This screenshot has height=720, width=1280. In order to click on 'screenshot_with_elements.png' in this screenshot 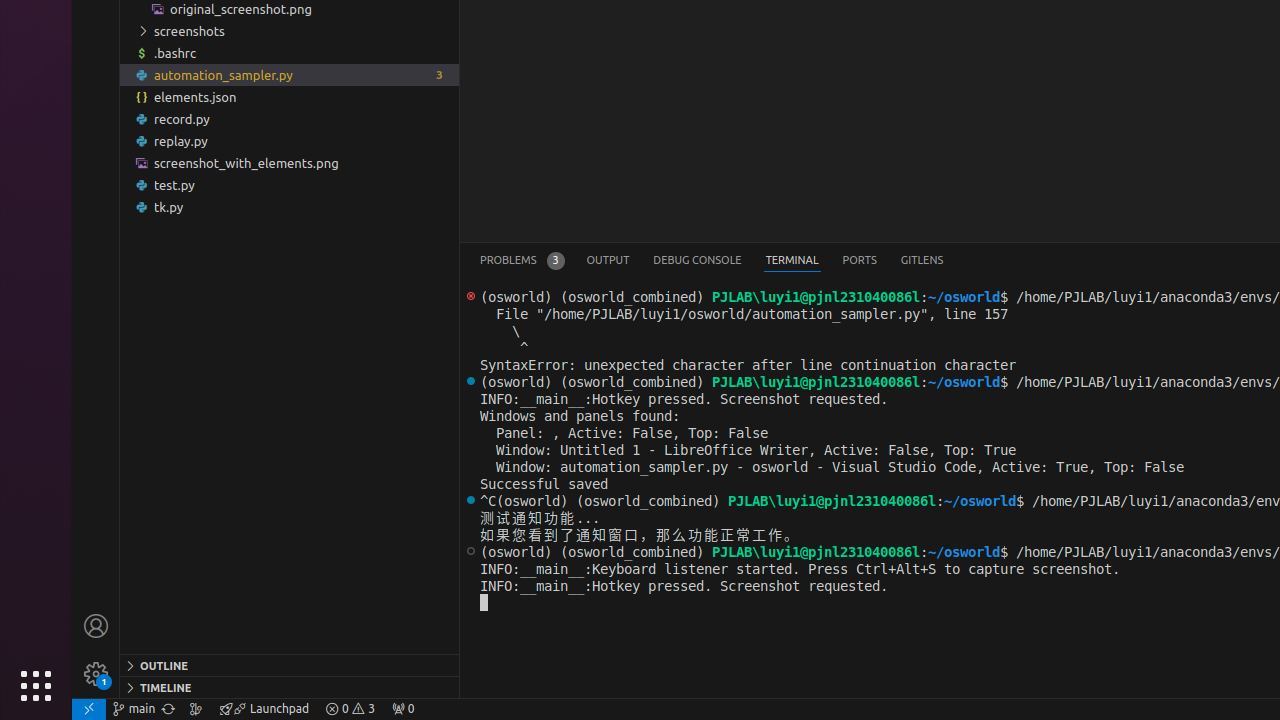, I will do `click(288, 162)`.